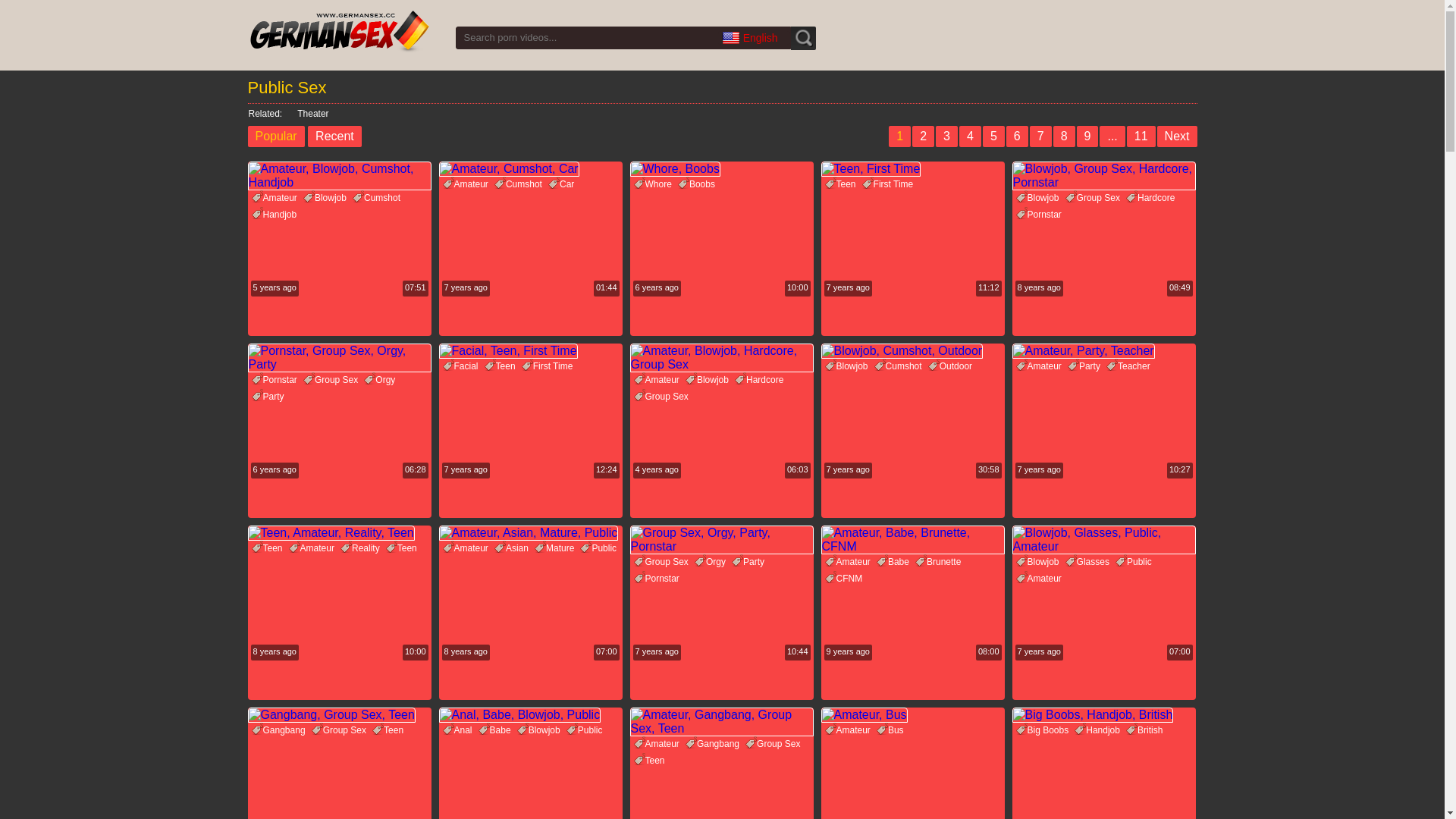 This screenshot has width=1456, height=819. Describe the element at coordinates (890, 184) in the screenshot. I see `'First Time'` at that location.